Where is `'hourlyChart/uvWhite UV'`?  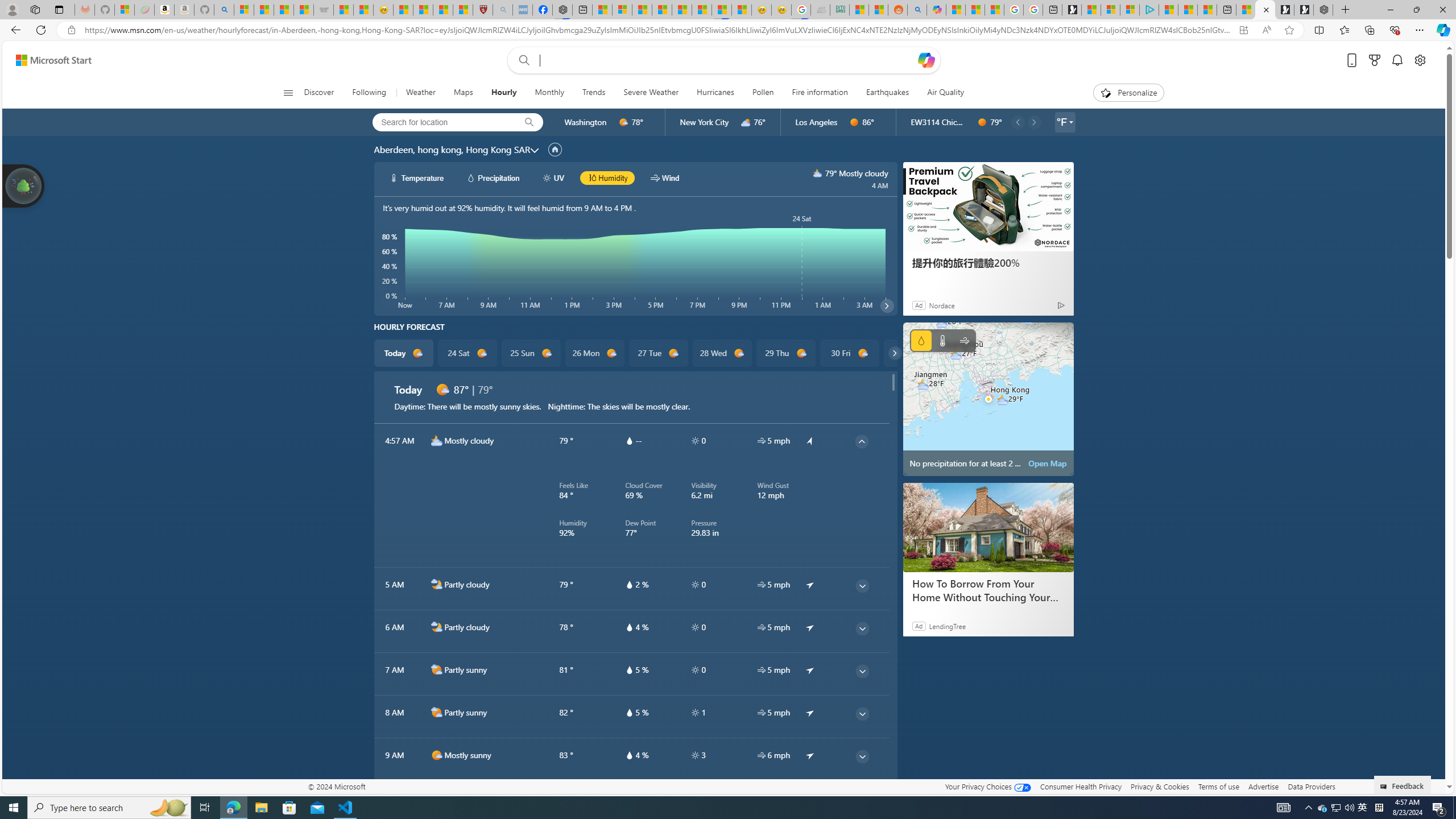 'hourlyChart/uvWhite UV' is located at coordinates (554, 178).